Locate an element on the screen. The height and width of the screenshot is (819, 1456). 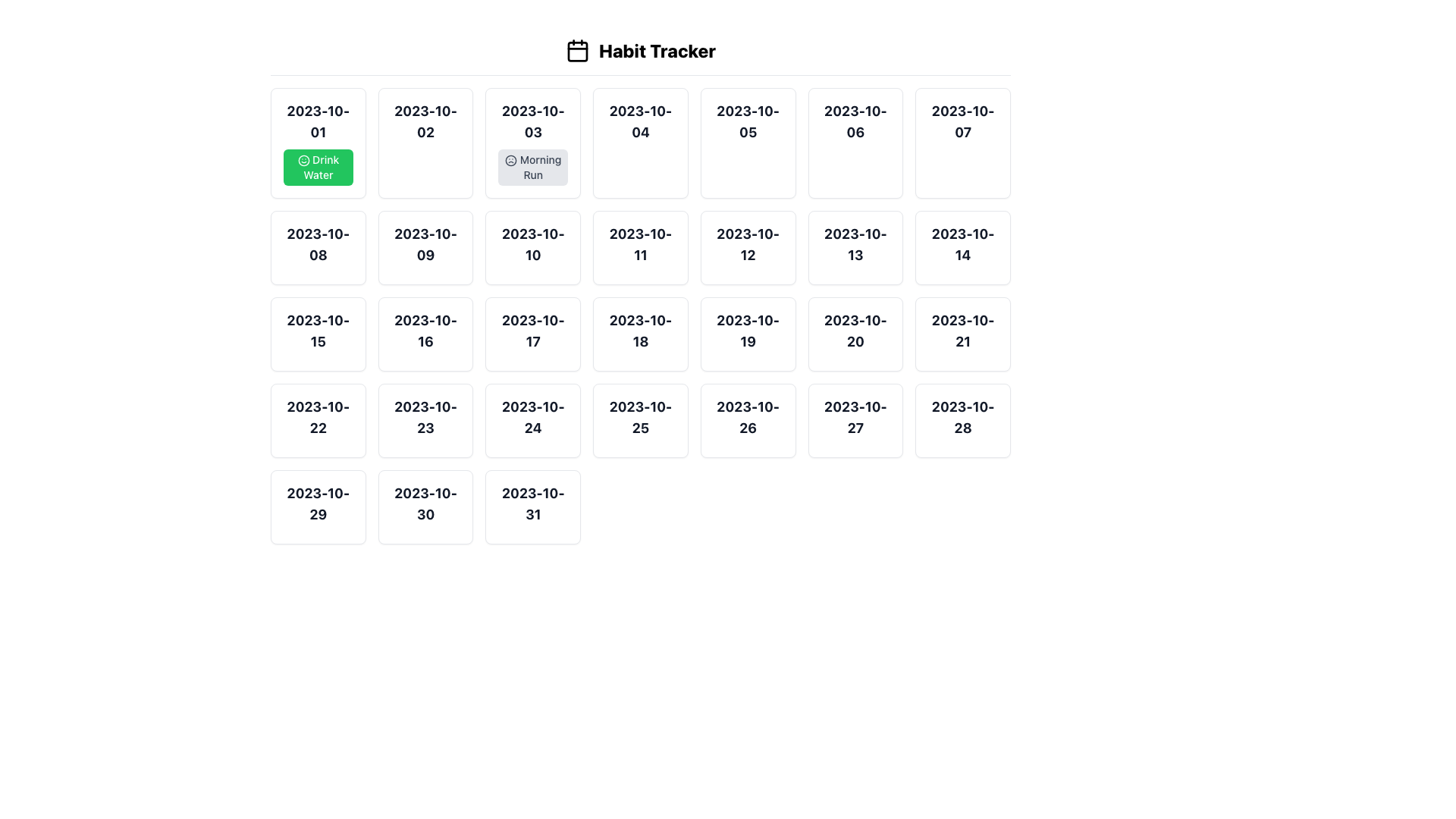
the displayed date indicator text '2023-10-19' located in the third row, sixth column of the calendar grid is located at coordinates (748, 330).